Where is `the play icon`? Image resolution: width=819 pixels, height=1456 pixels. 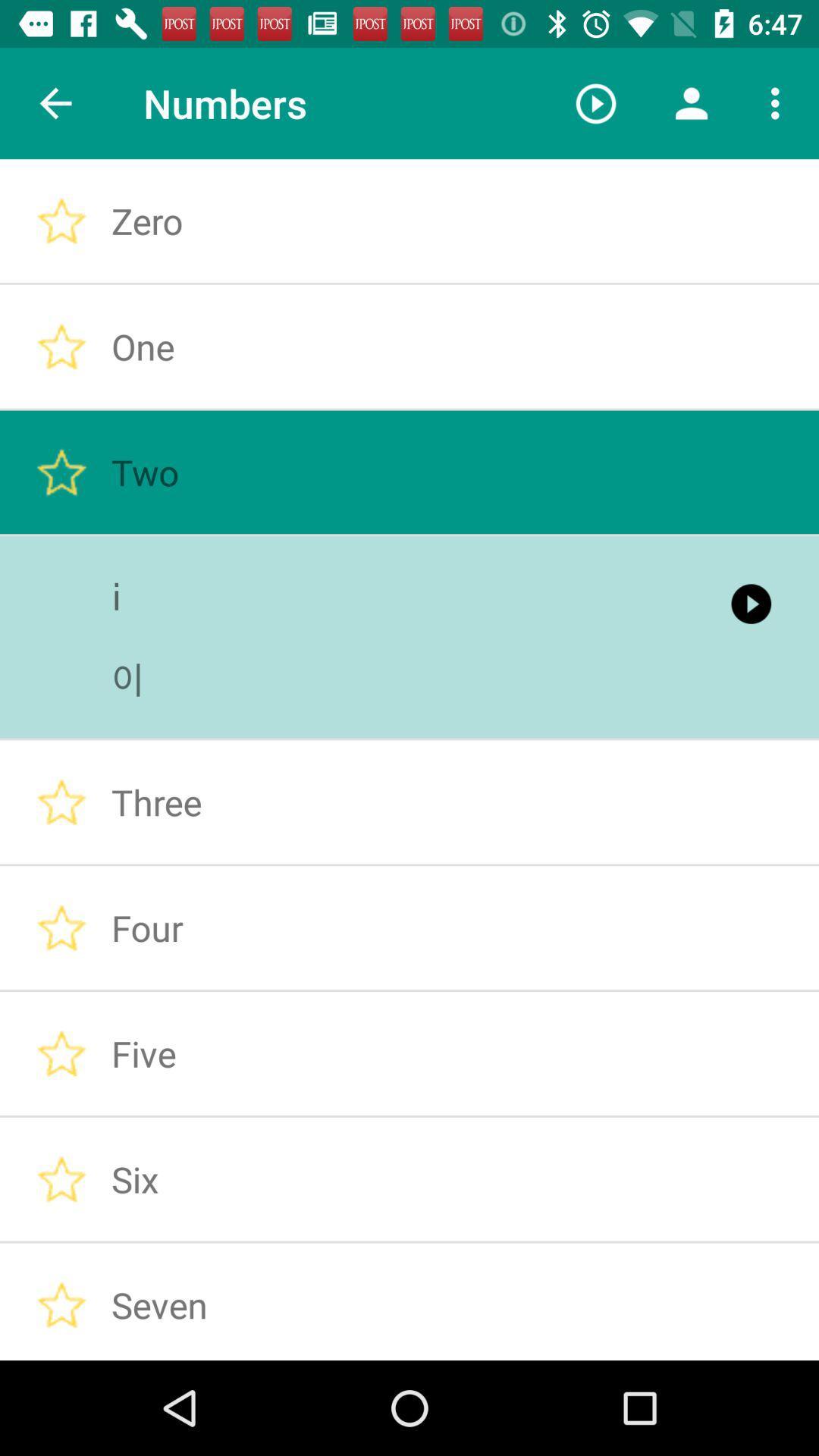 the play icon is located at coordinates (595, 103).